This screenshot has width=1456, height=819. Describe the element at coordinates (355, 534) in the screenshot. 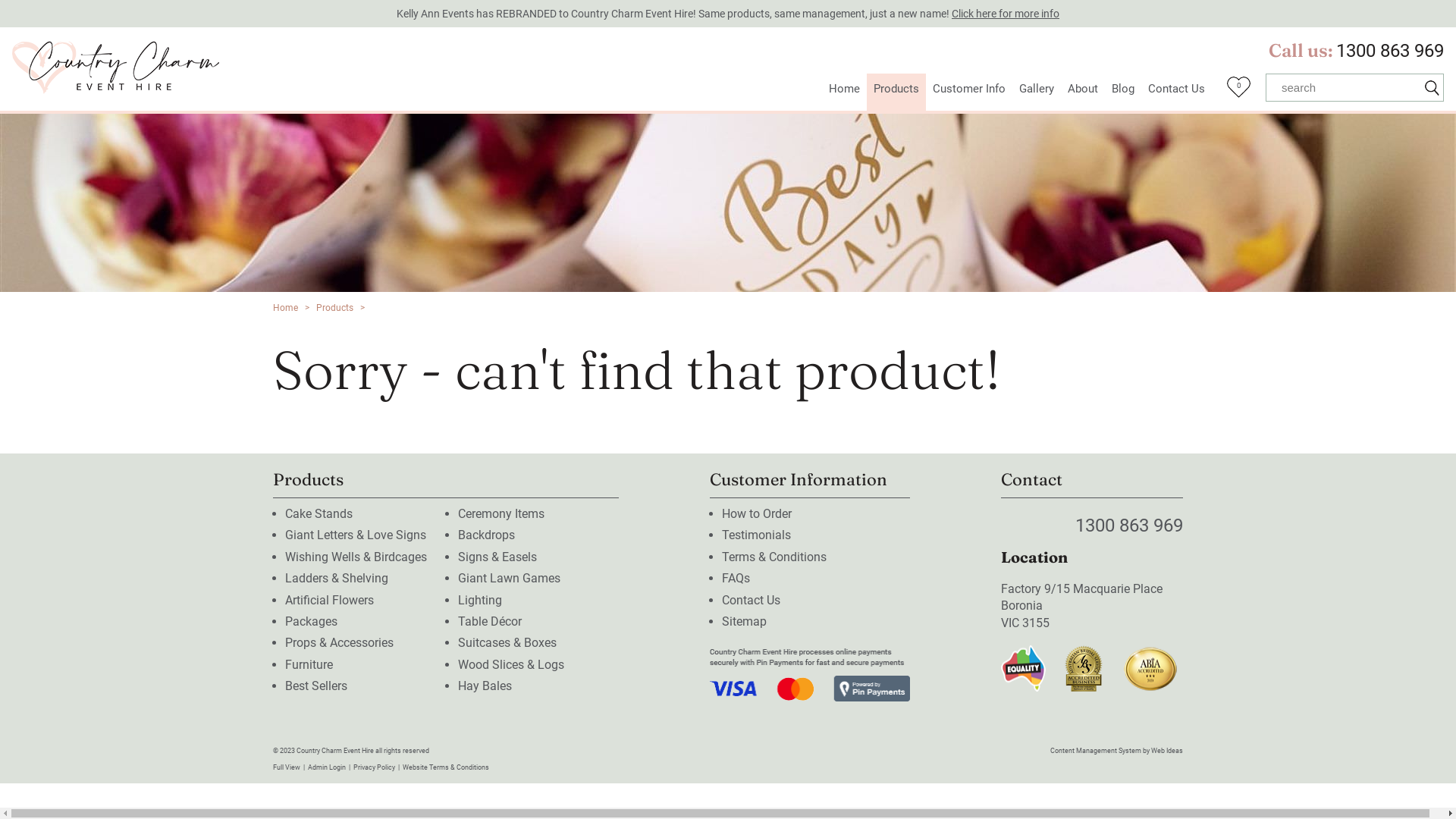

I see `'Giant Letters & Love Signs'` at that location.